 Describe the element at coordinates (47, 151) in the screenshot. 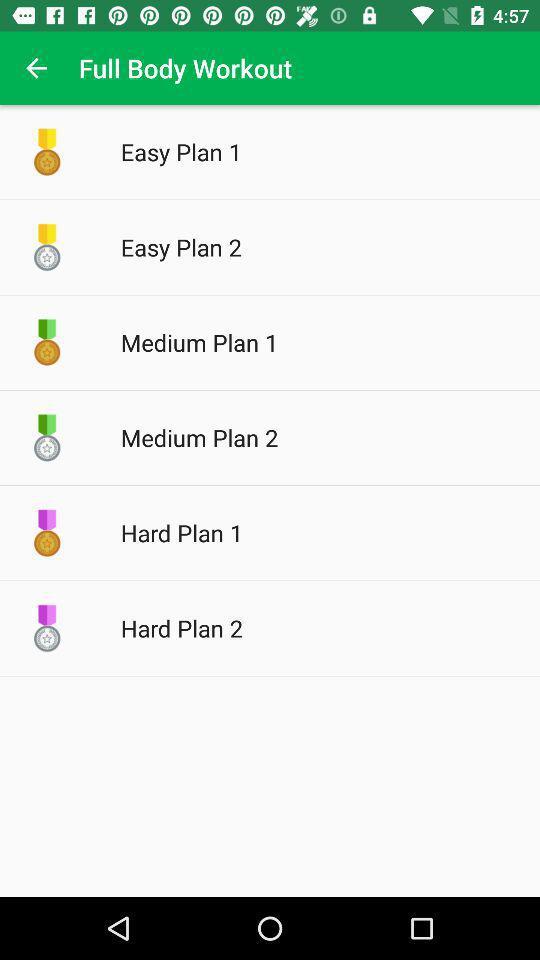

I see `icon beside easy plan 1` at that location.